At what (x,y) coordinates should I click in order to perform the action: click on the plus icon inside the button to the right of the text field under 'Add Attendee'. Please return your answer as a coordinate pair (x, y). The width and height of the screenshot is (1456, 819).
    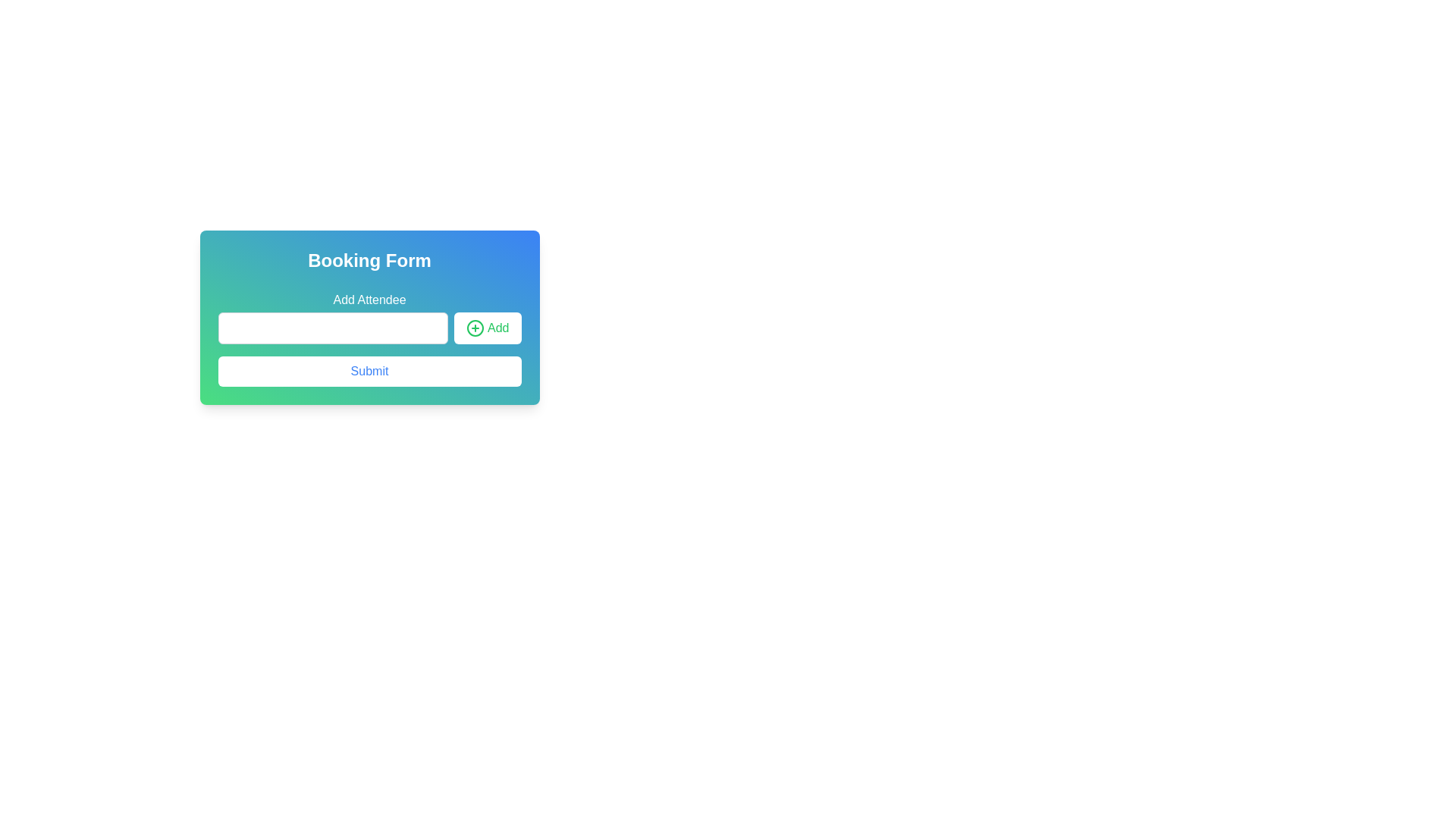
    Looking at the image, I should click on (475, 328).